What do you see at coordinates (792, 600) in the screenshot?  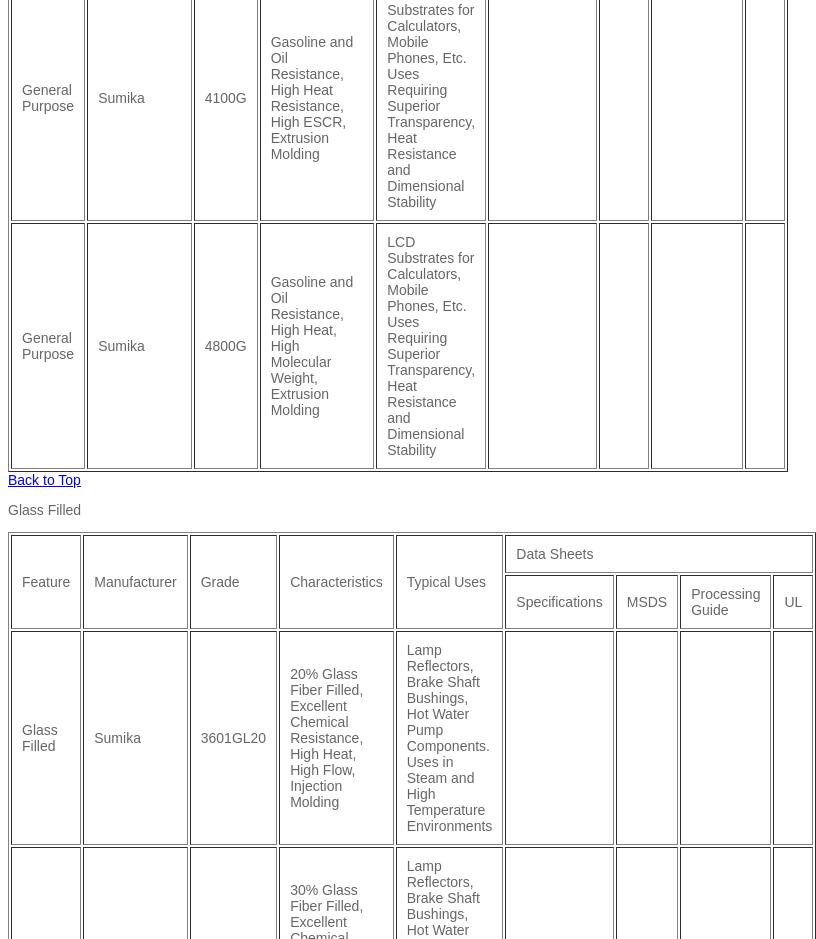 I see `'UL'` at bounding box center [792, 600].